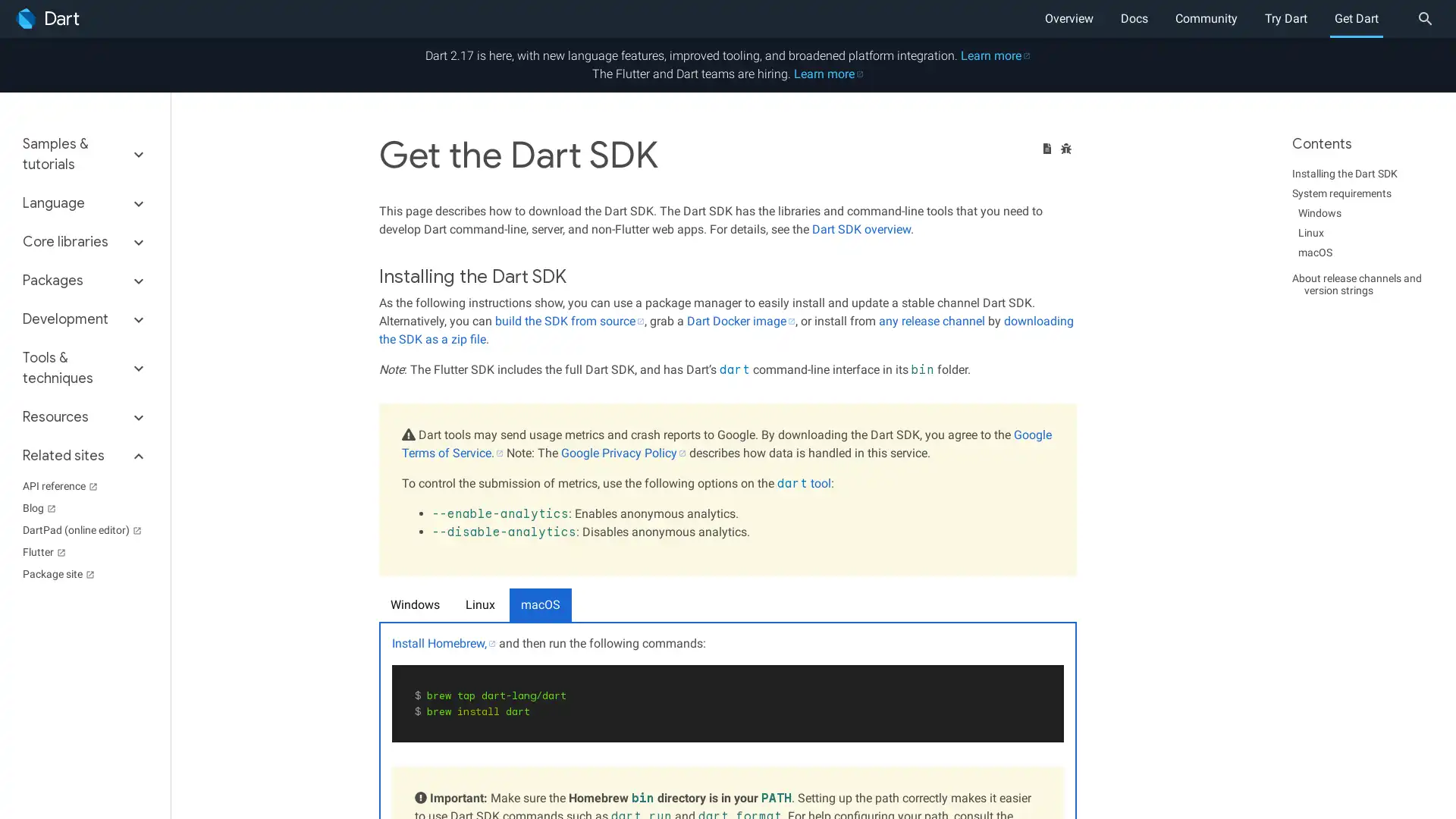  I want to click on Related sites keyboard_arrow_down, so click(84, 455).